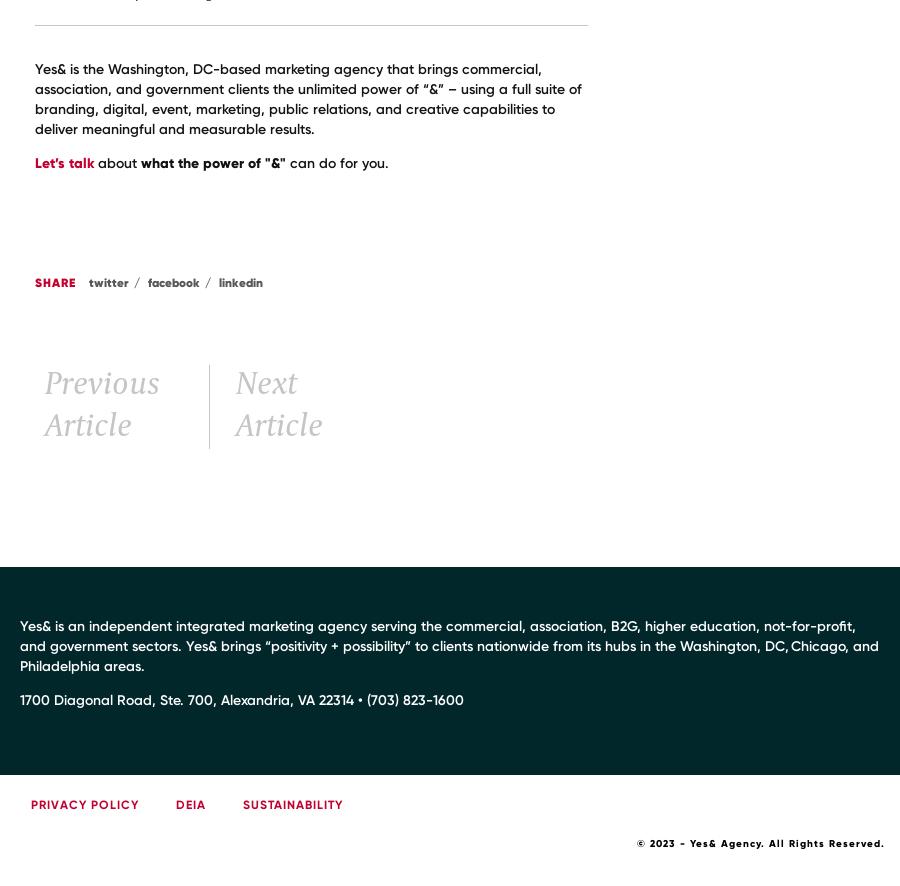 The image size is (900, 886). Describe the element at coordinates (117, 162) in the screenshot. I see `'about'` at that location.